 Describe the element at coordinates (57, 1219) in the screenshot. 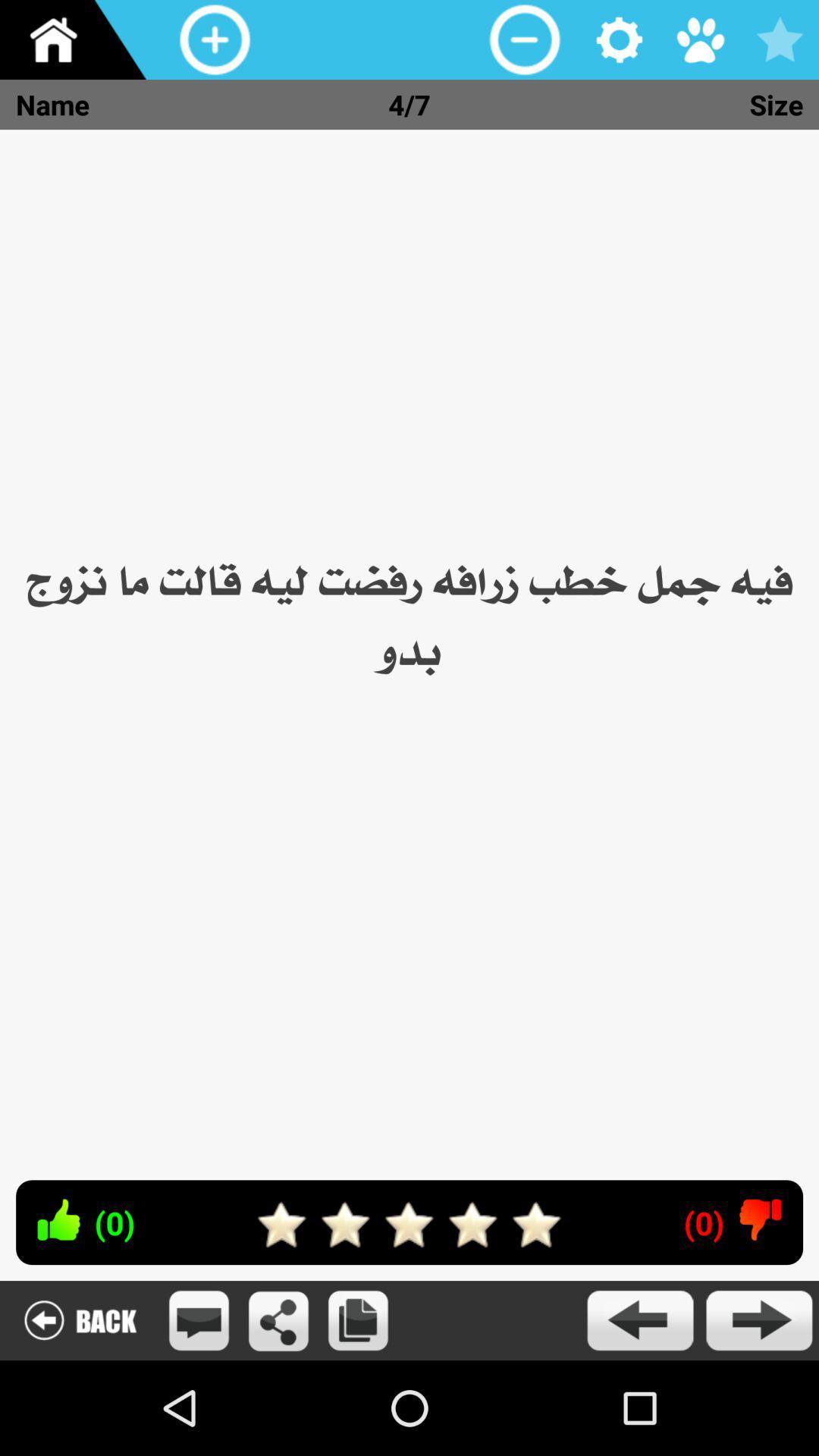

I see `like this phrase` at that location.